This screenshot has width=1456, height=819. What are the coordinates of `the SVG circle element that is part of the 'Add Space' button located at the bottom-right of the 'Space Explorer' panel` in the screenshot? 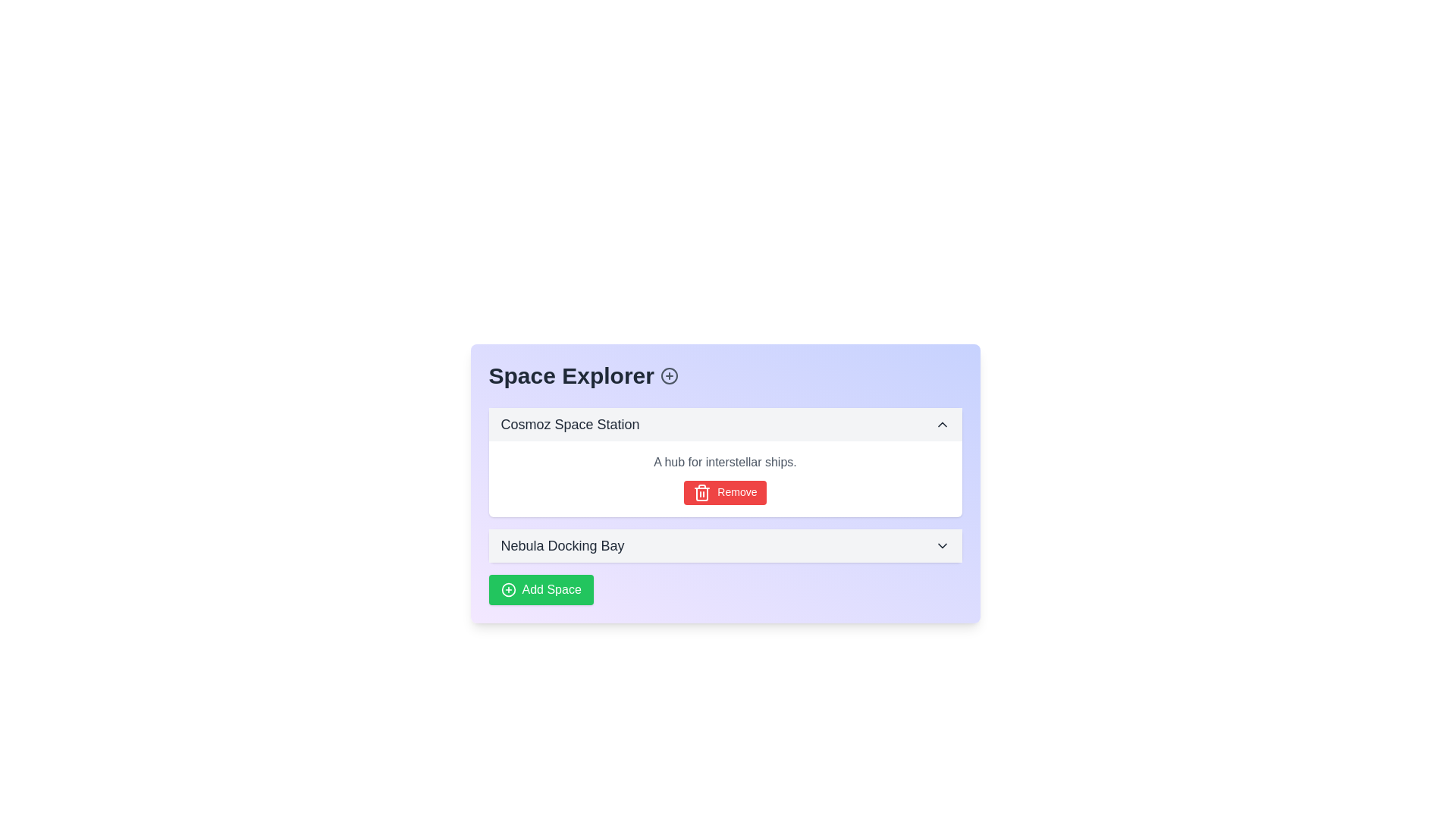 It's located at (508, 589).